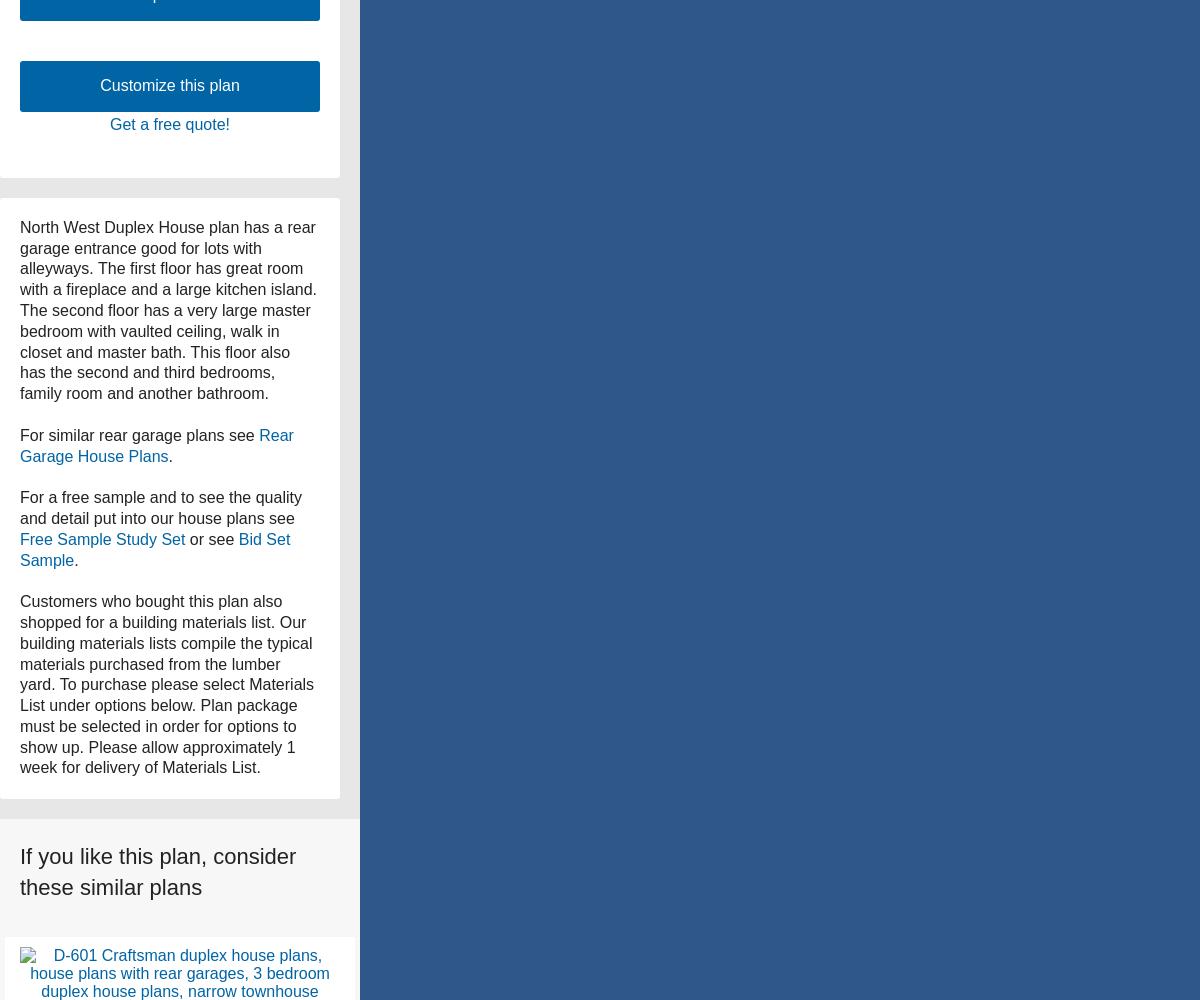 This screenshot has width=1200, height=1000. I want to click on 'Get a free quote!', so click(168, 123).